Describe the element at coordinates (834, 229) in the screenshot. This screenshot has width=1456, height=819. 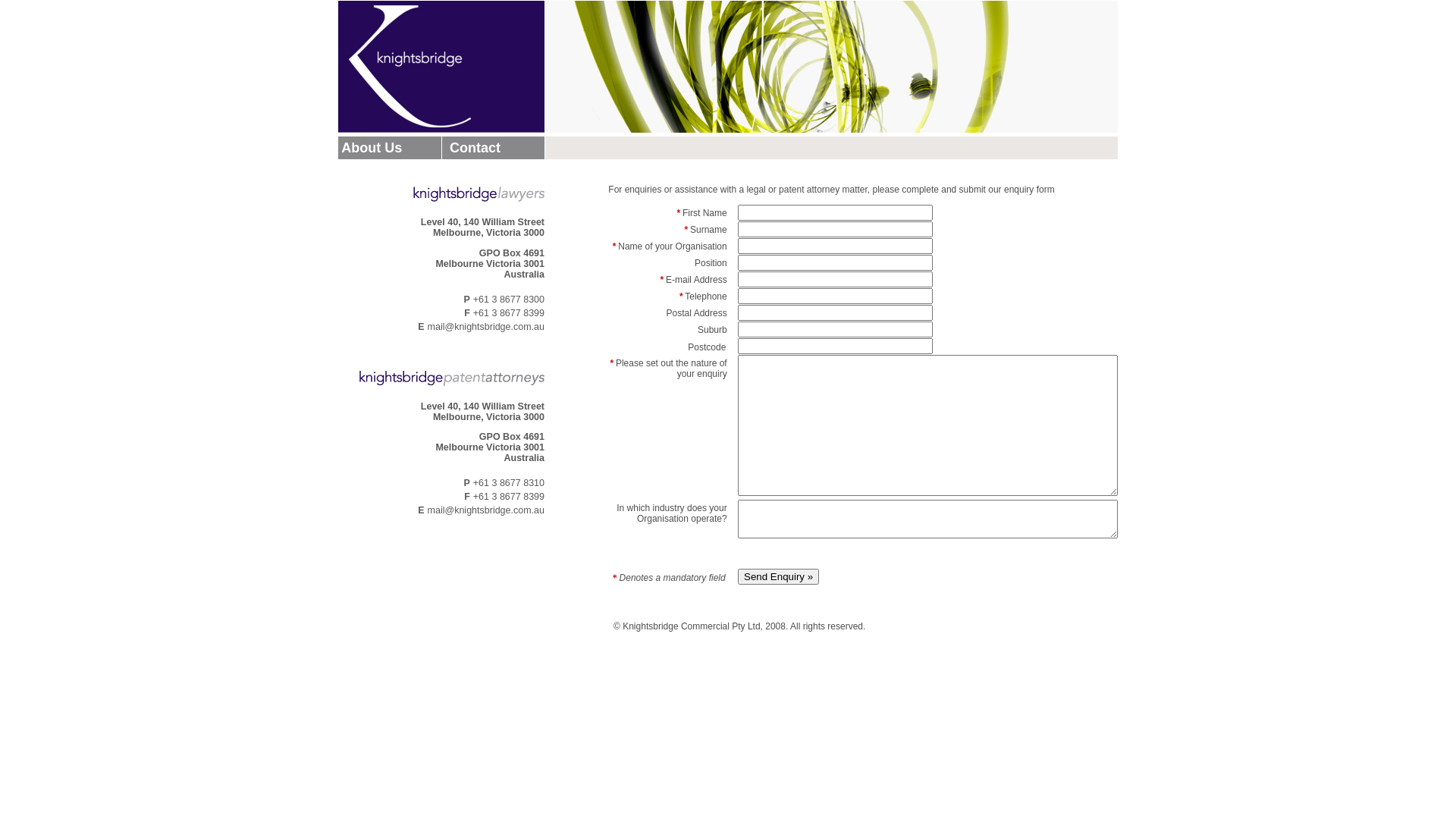
I see `'Surname'` at that location.